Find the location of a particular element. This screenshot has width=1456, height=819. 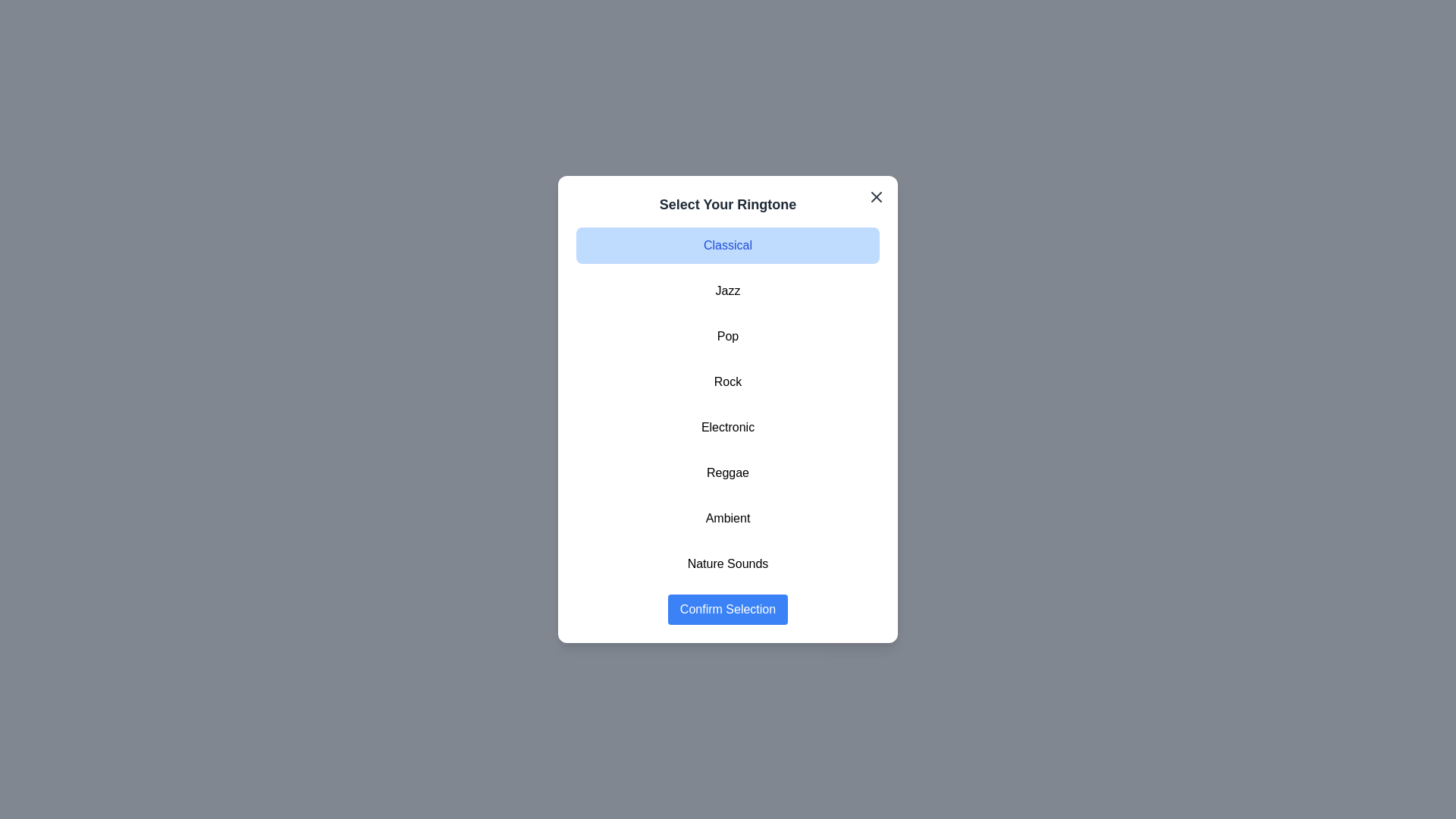

the ringtone Rock from the list is located at coordinates (728, 381).